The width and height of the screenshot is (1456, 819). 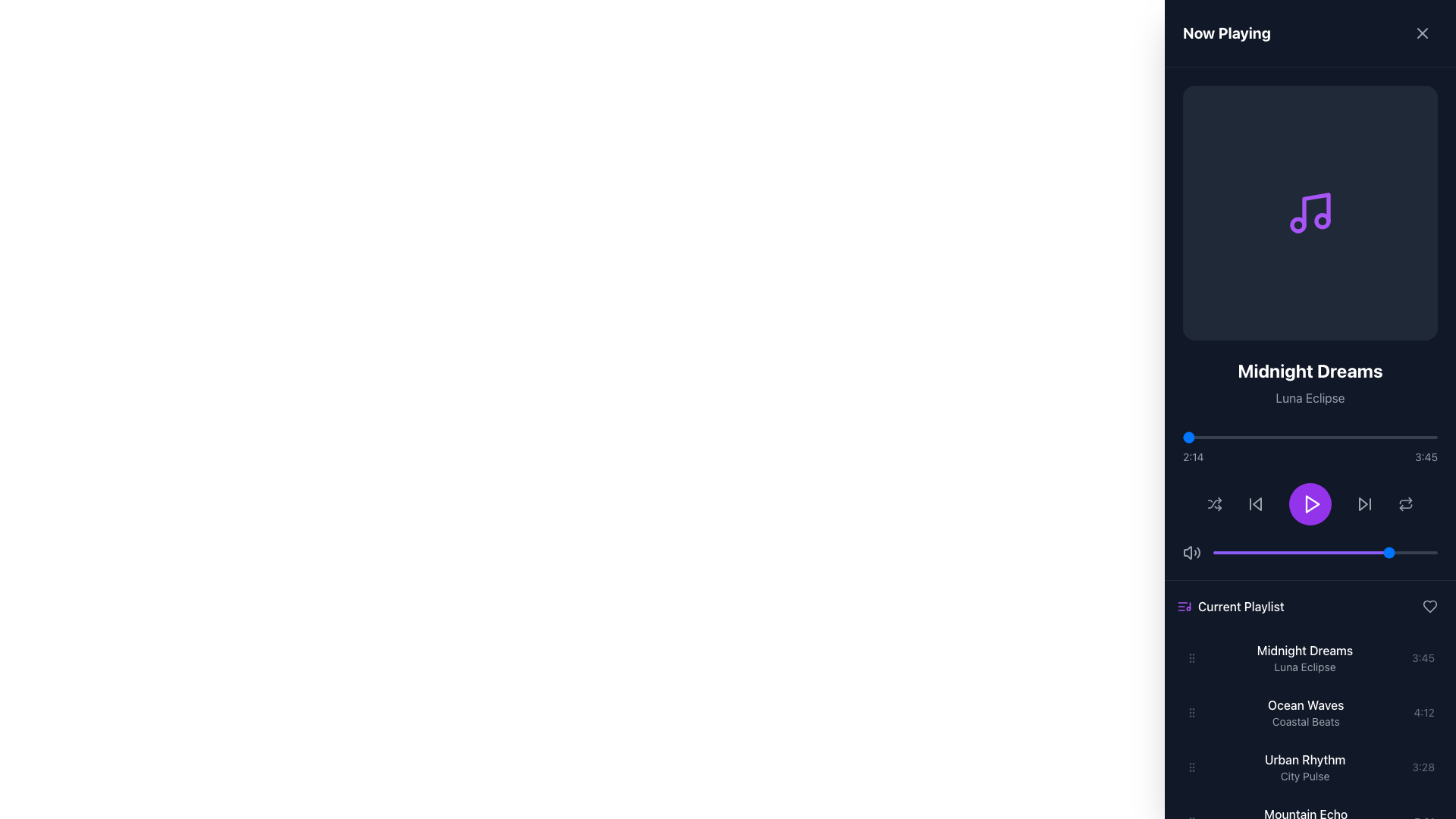 What do you see at coordinates (1276, 438) in the screenshot?
I see `the playback progress` at bounding box center [1276, 438].